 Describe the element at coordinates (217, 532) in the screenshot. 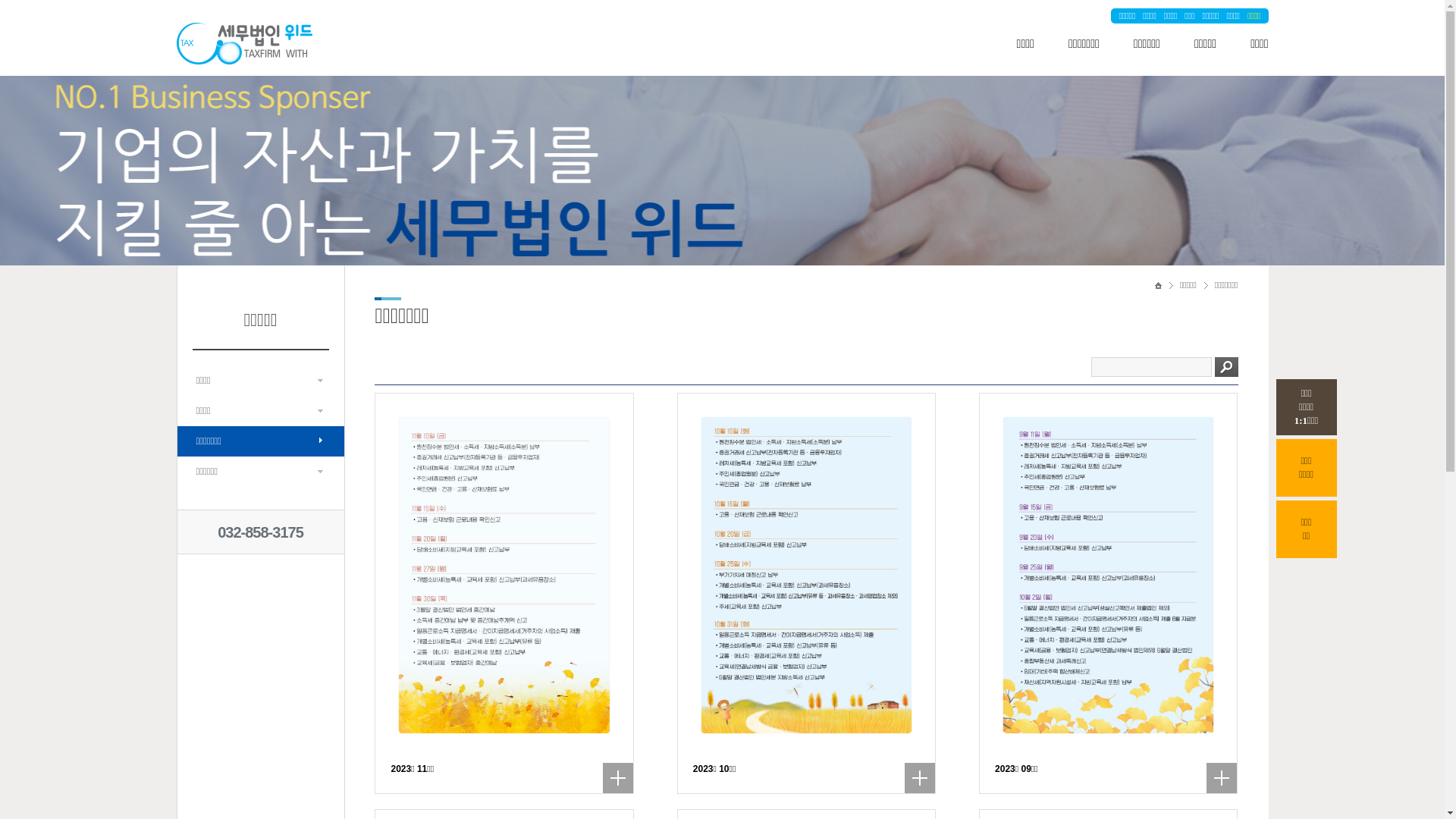

I see `'032-858-3175'` at that location.